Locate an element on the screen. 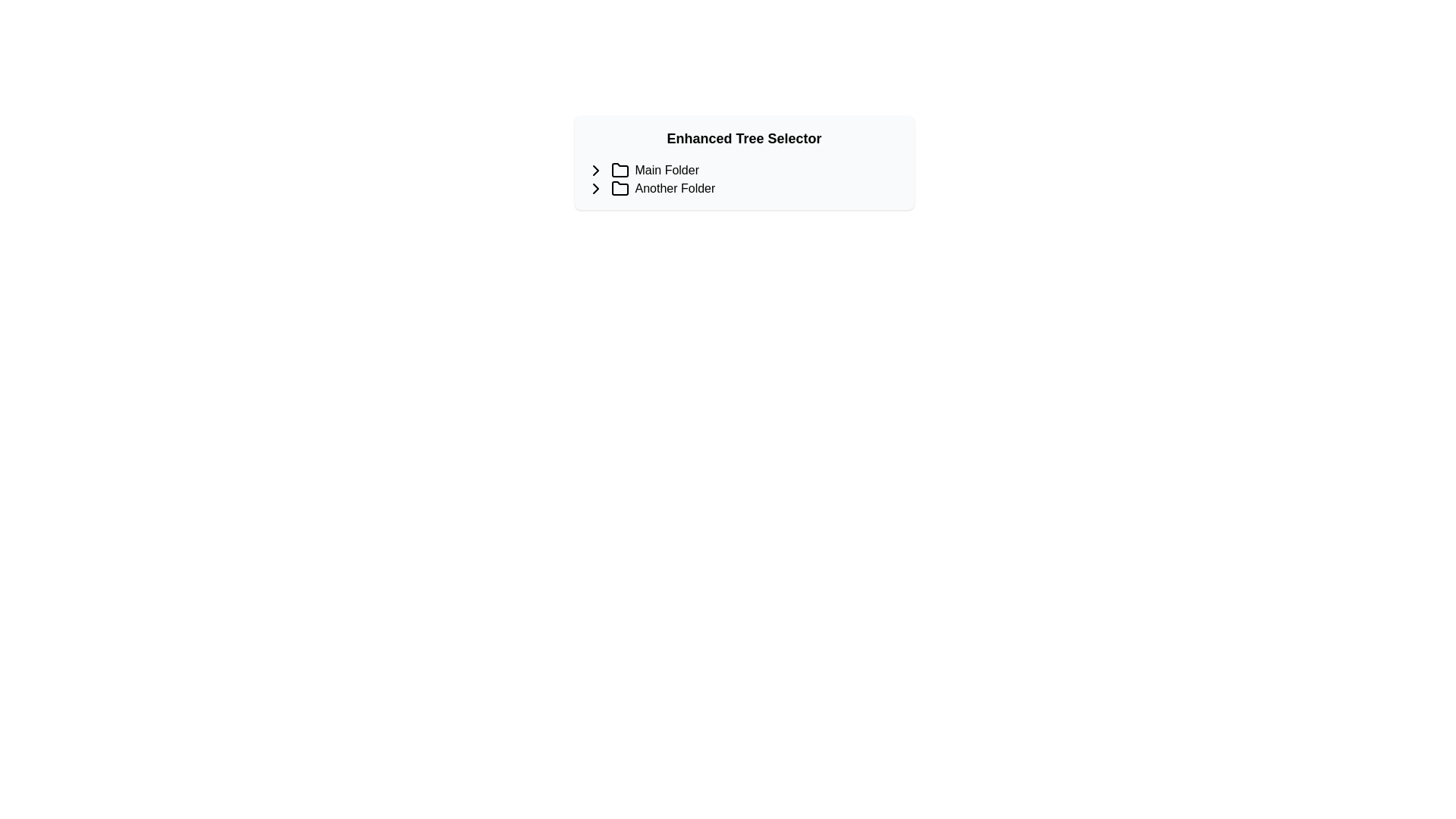 Image resolution: width=1456 pixels, height=819 pixels. the 'Main Folder' entry is located at coordinates (744, 170).